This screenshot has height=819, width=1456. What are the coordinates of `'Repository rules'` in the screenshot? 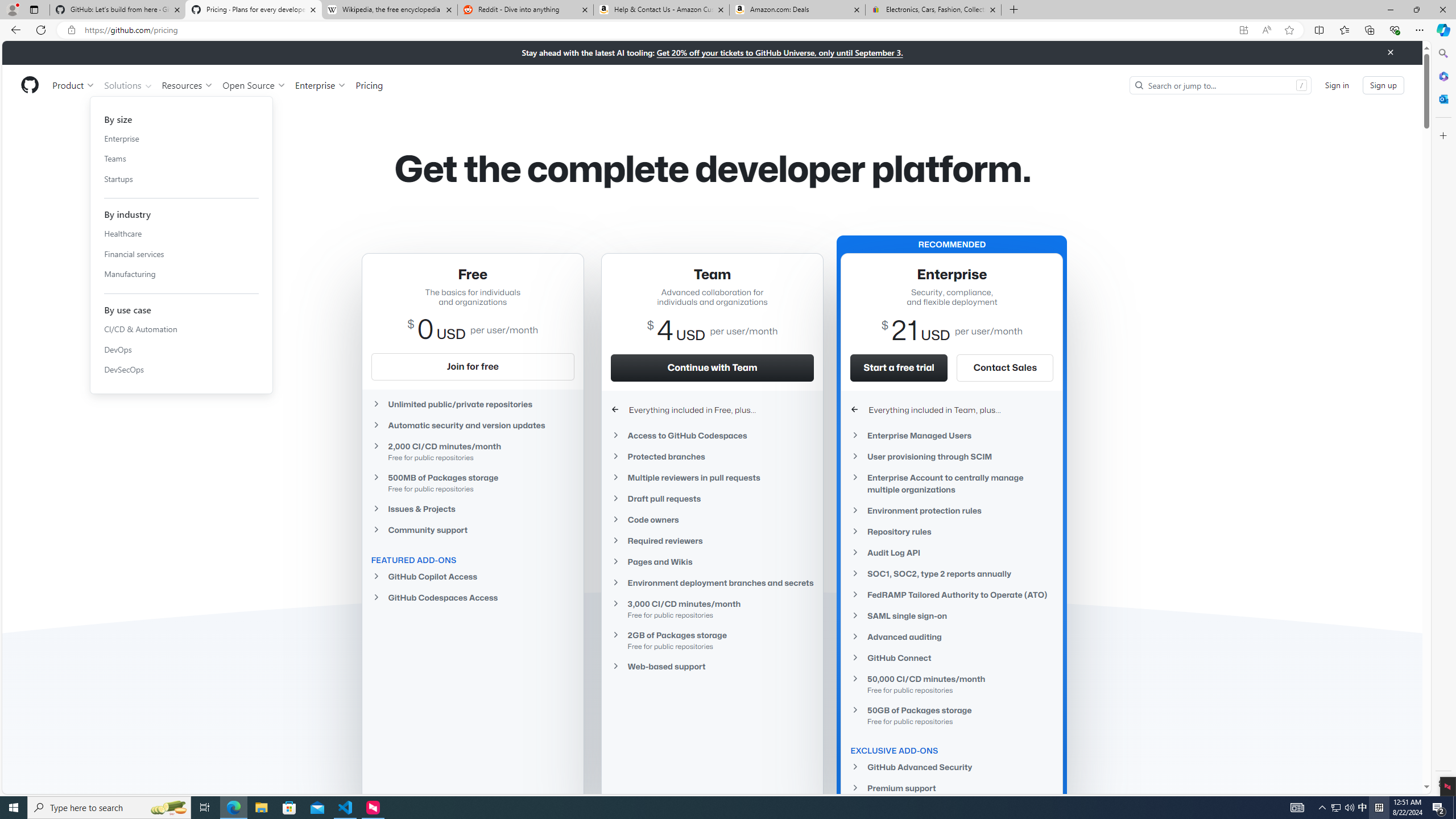 It's located at (952, 530).